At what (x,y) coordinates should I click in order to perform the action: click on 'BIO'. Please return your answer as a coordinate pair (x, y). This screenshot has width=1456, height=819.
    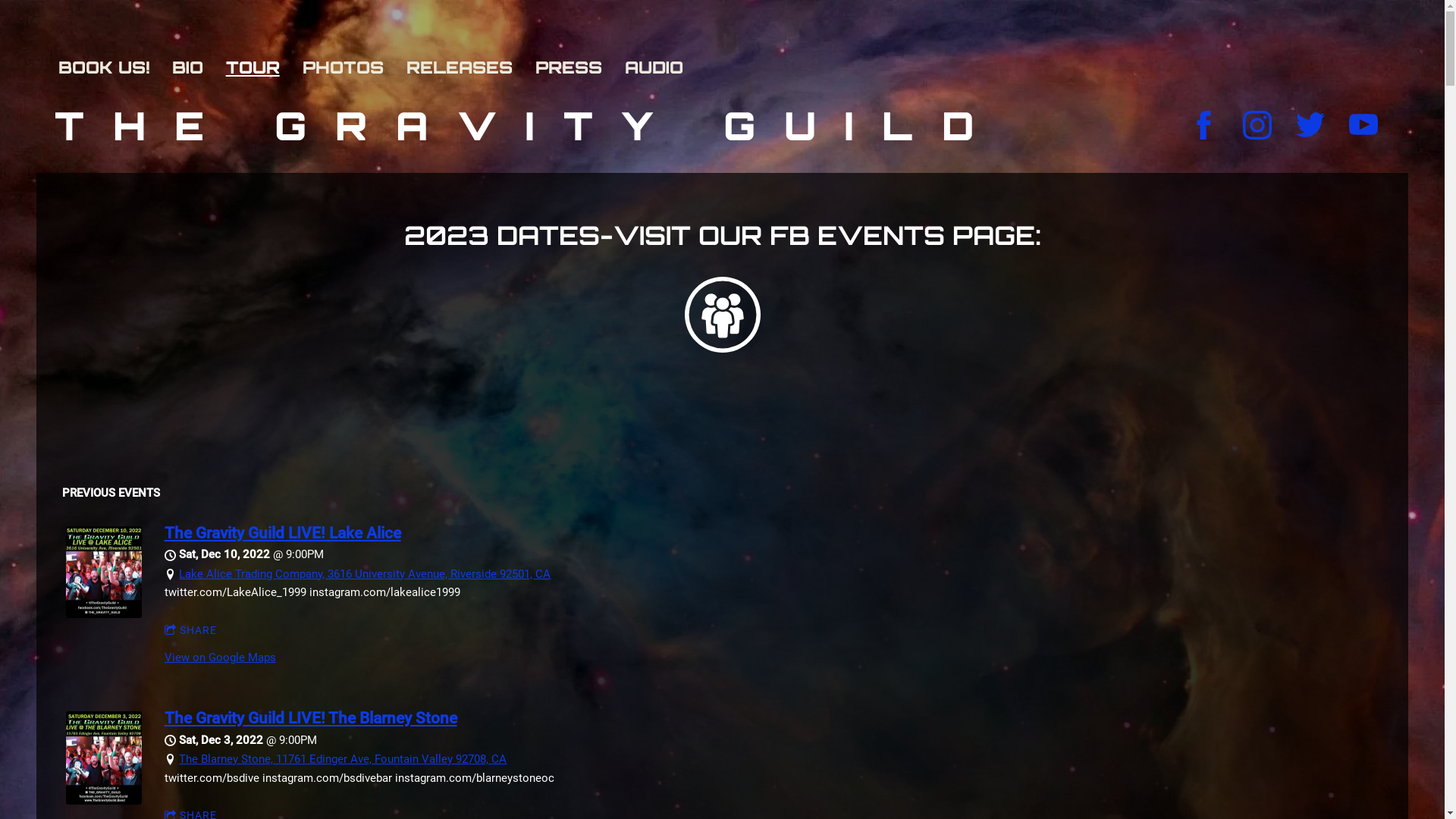
    Looking at the image, I should click on (194, 66).